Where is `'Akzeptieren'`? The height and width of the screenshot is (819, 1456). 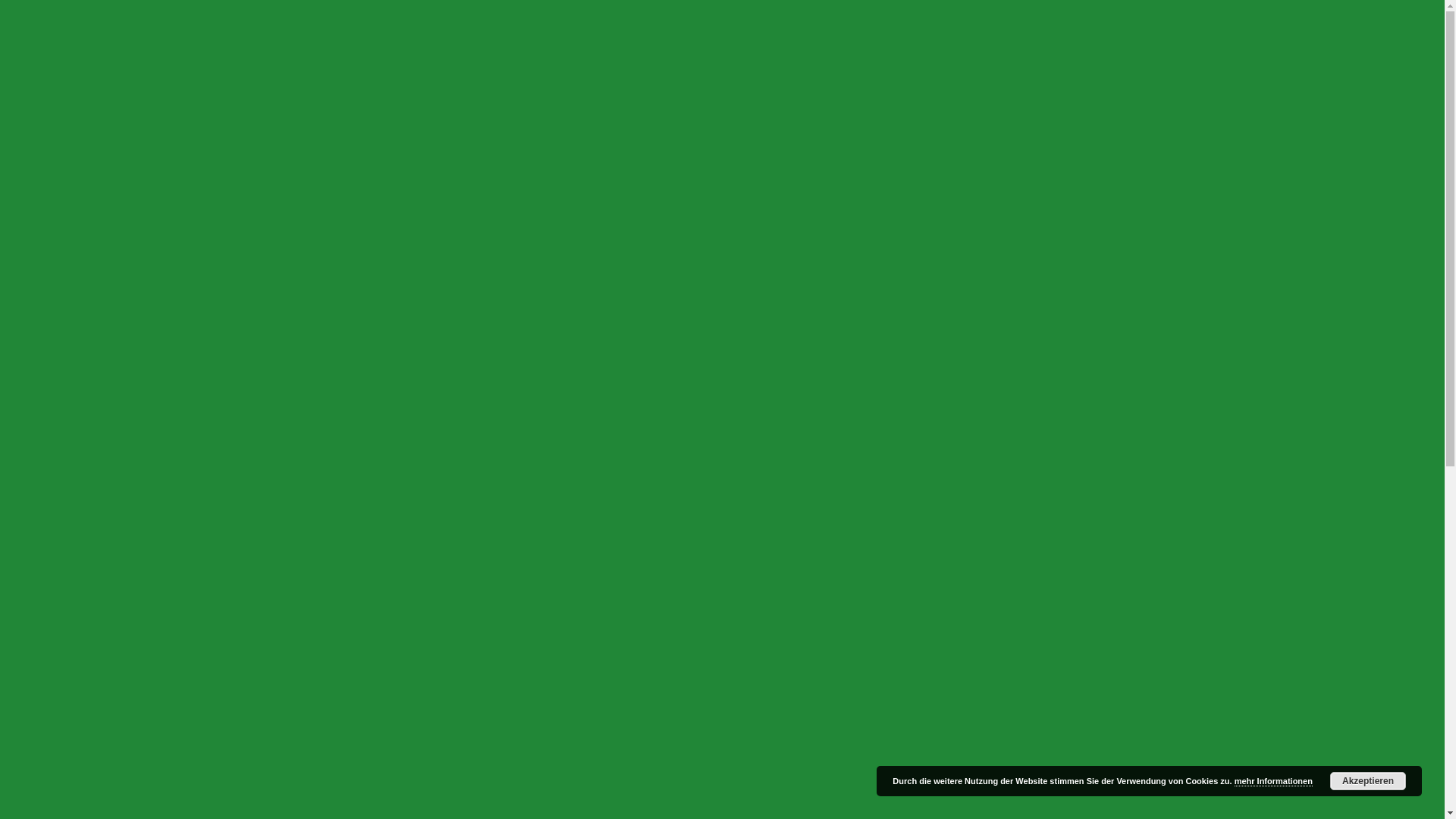 'Akzeptieren' is located at coordinates (1368, 780).